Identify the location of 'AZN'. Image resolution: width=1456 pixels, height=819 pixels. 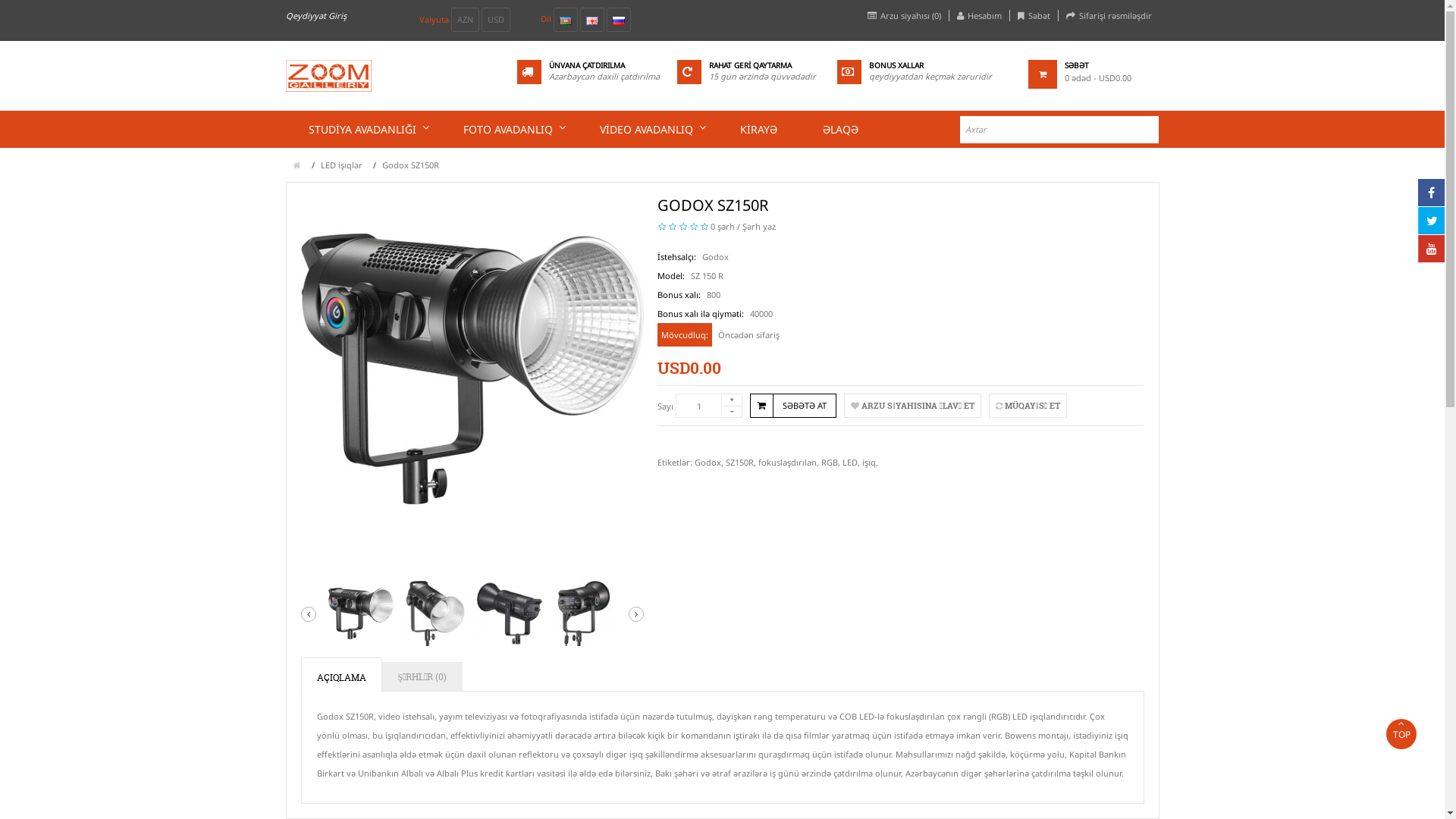
(450, 20).